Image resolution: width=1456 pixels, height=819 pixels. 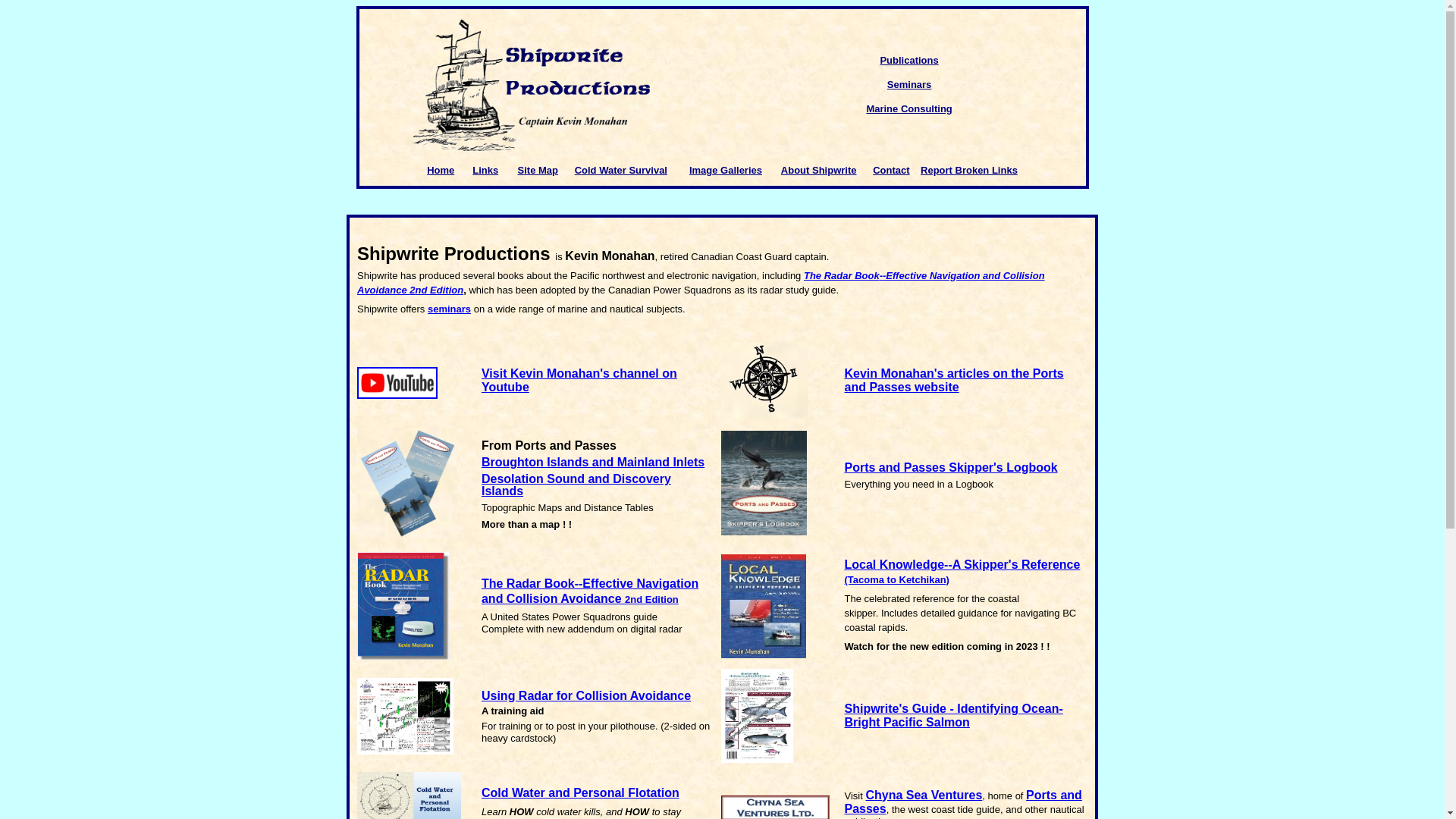 I want to click on 'Chyna Sea Ventures', so click(x=865, y=794).